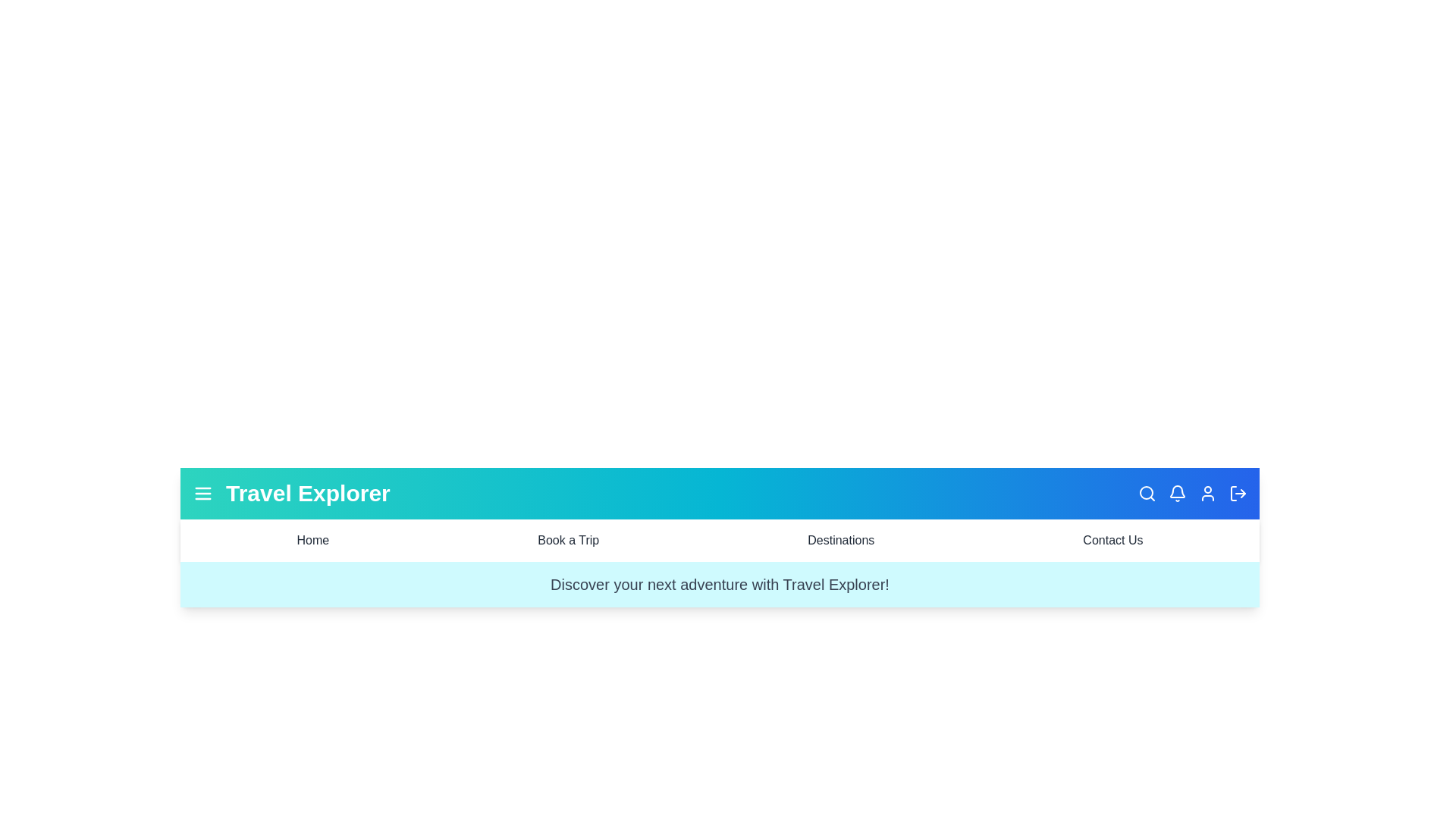 The image size is (1456, 819). I want to click on the user profile icon to open the user menu, so click(1207, 494).